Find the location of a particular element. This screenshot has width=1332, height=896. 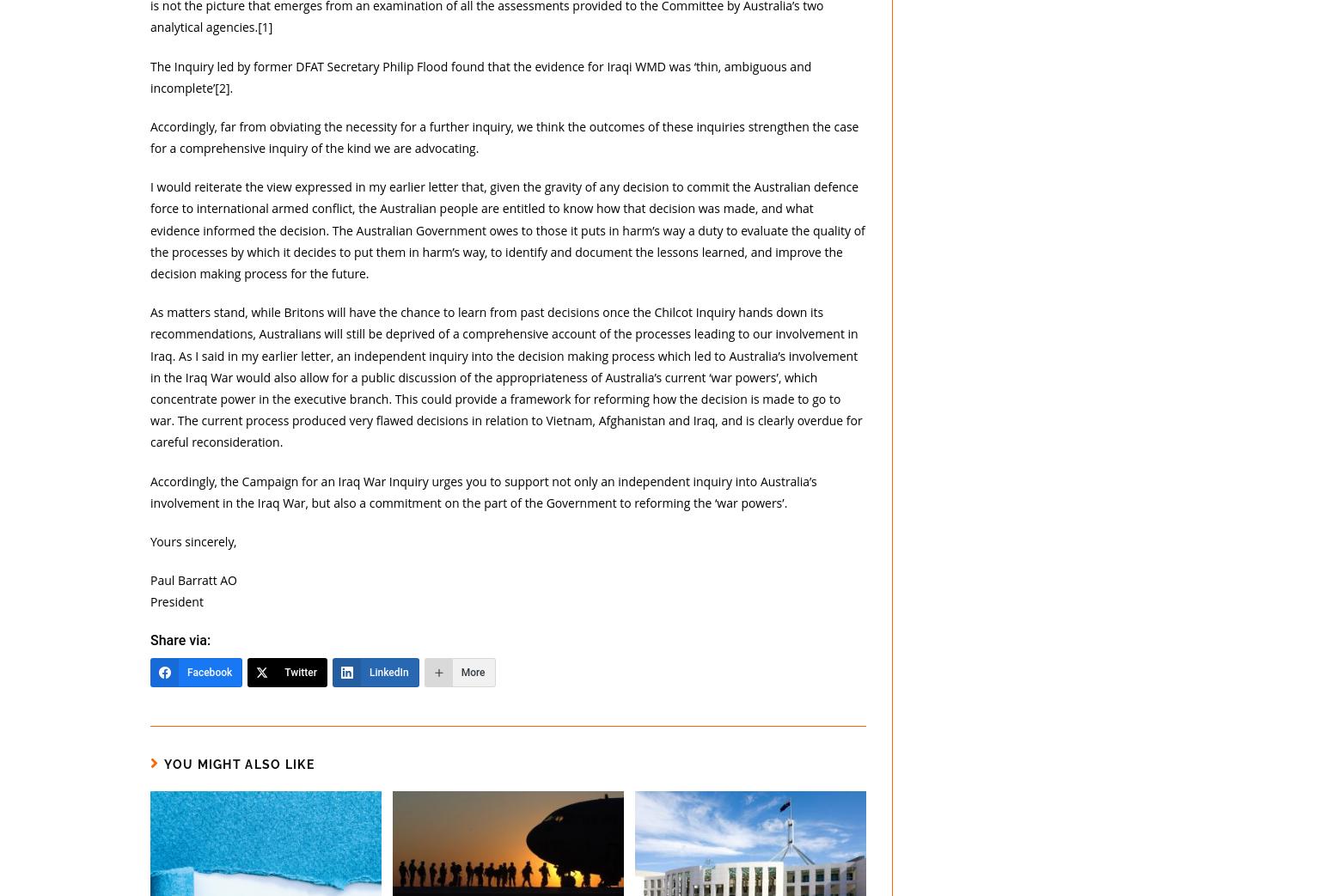

'LinkedIn' is located at coordinates (388, 671).